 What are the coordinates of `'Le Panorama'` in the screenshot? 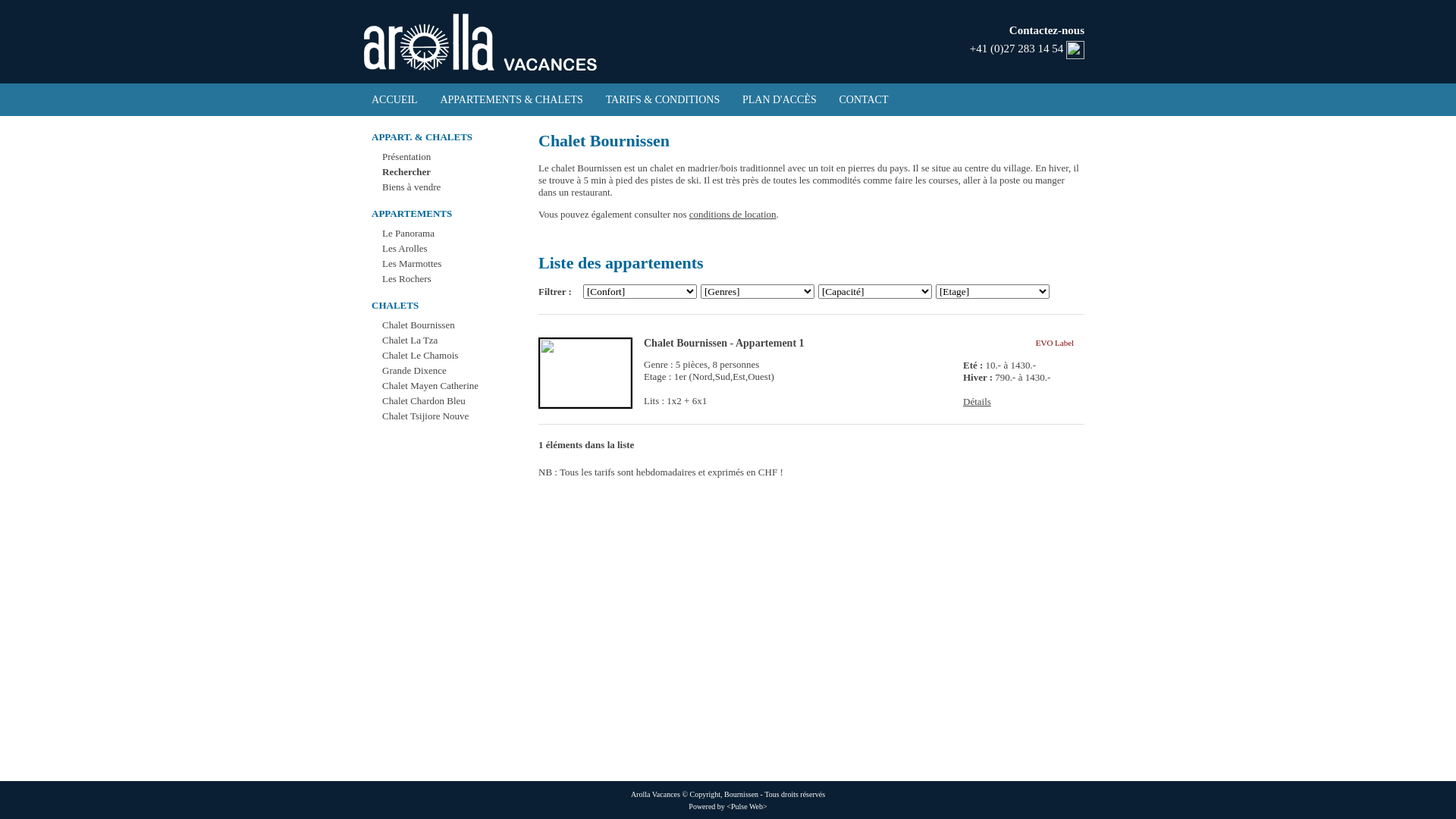 It's located at (408, 233).